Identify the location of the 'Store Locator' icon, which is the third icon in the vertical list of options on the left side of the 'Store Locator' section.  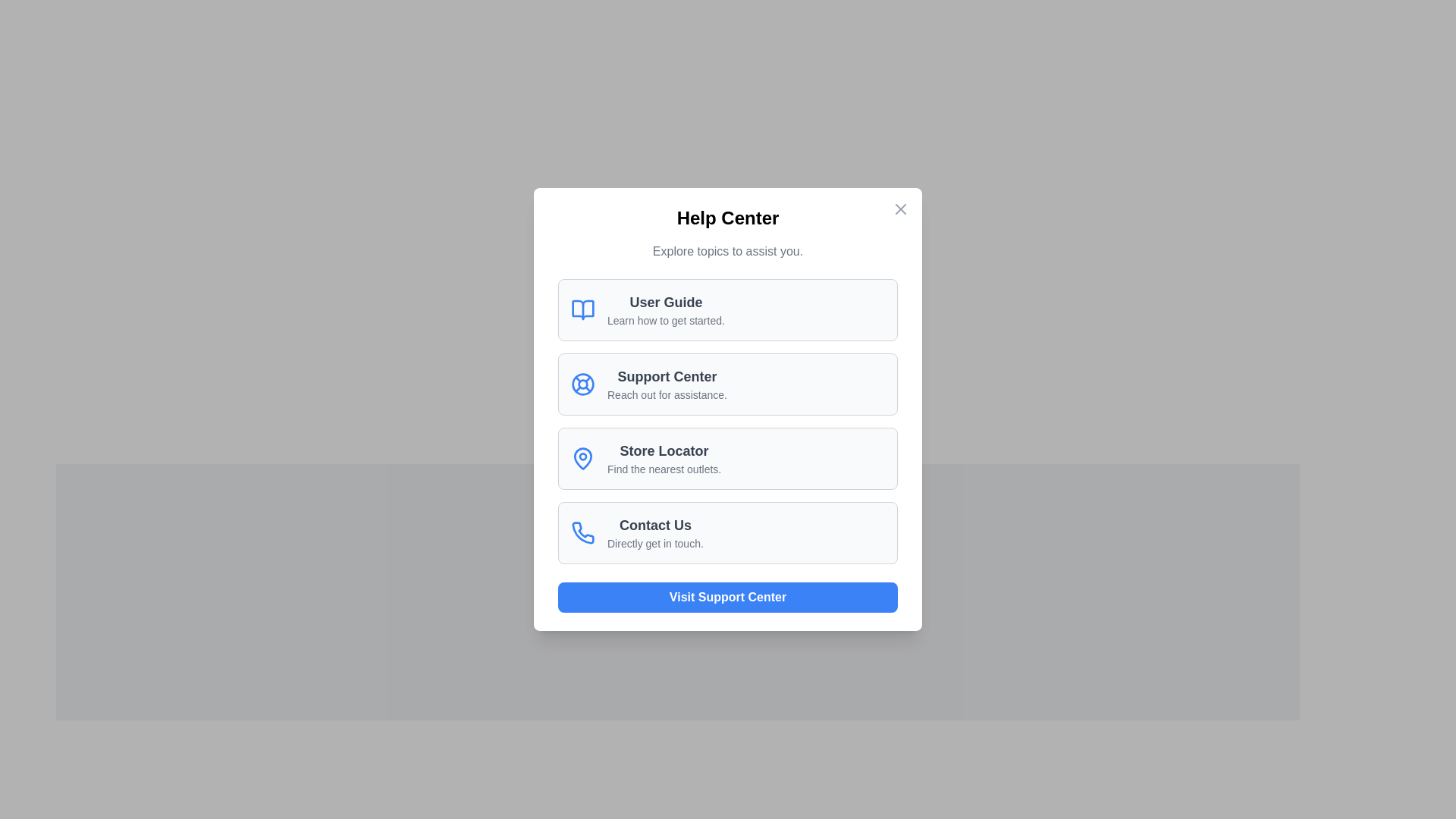
(582, 457).